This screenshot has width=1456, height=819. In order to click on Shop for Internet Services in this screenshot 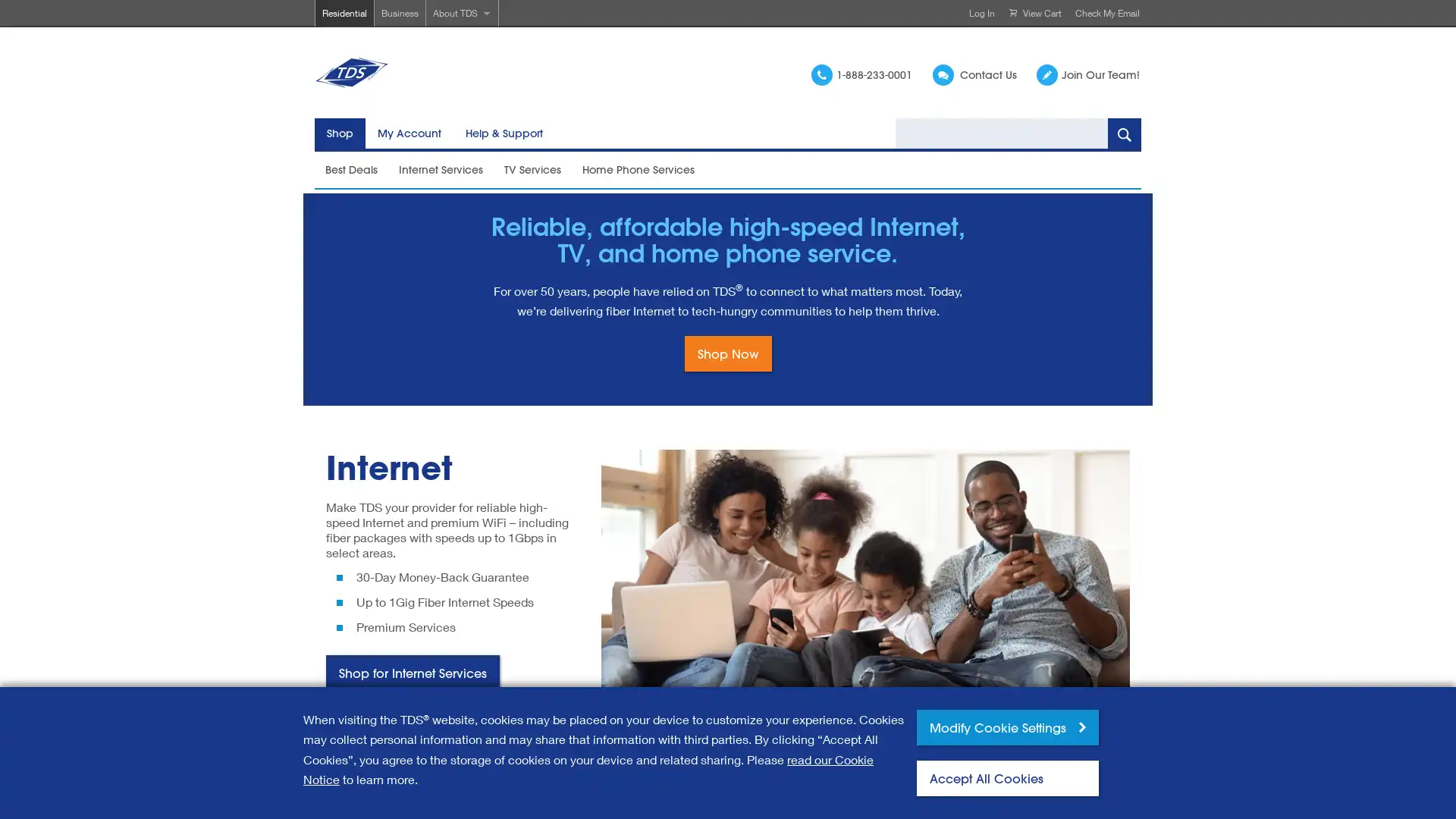, I will do `click(413, 672)`.